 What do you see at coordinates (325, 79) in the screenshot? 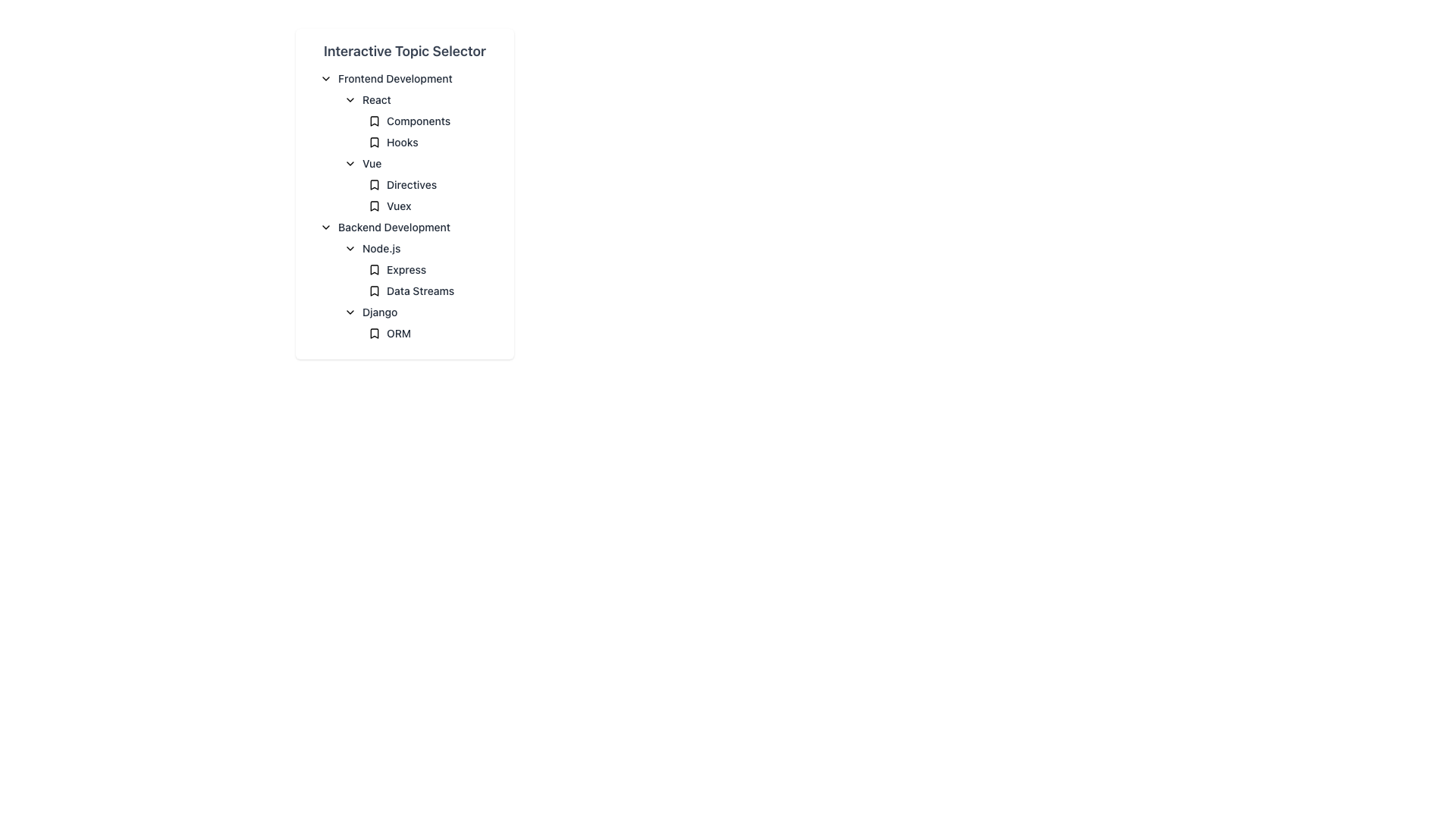
I see `the Dropdown toggle icon located to the left of the 'Frontend Development' text to trigger potential visual feedback` at bounding box center [325, 79].